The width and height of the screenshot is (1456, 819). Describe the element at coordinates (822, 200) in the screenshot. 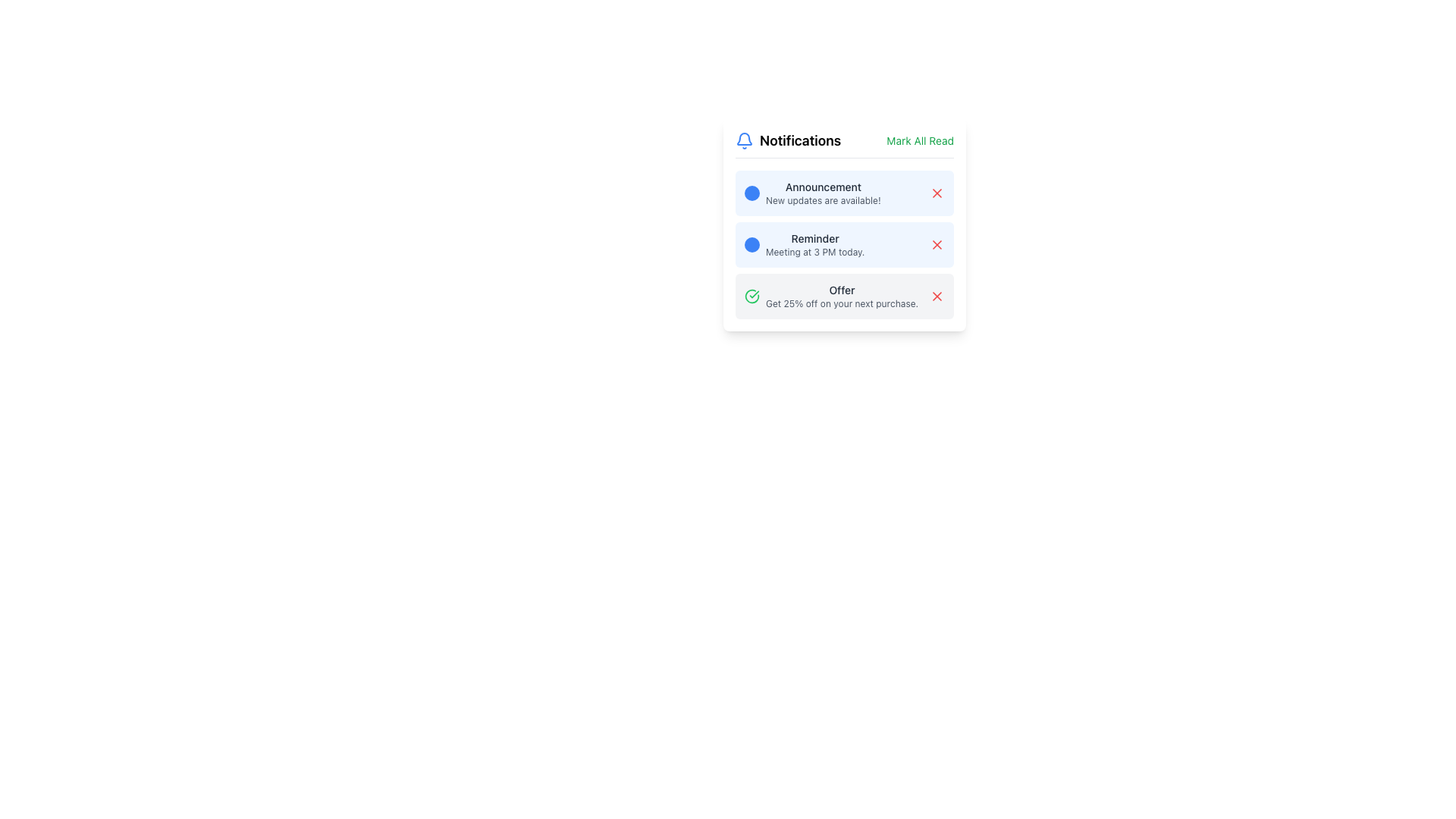

I see `informational text label located directly beneath the 'Announcement' text within the first notification item in the list` at that location.